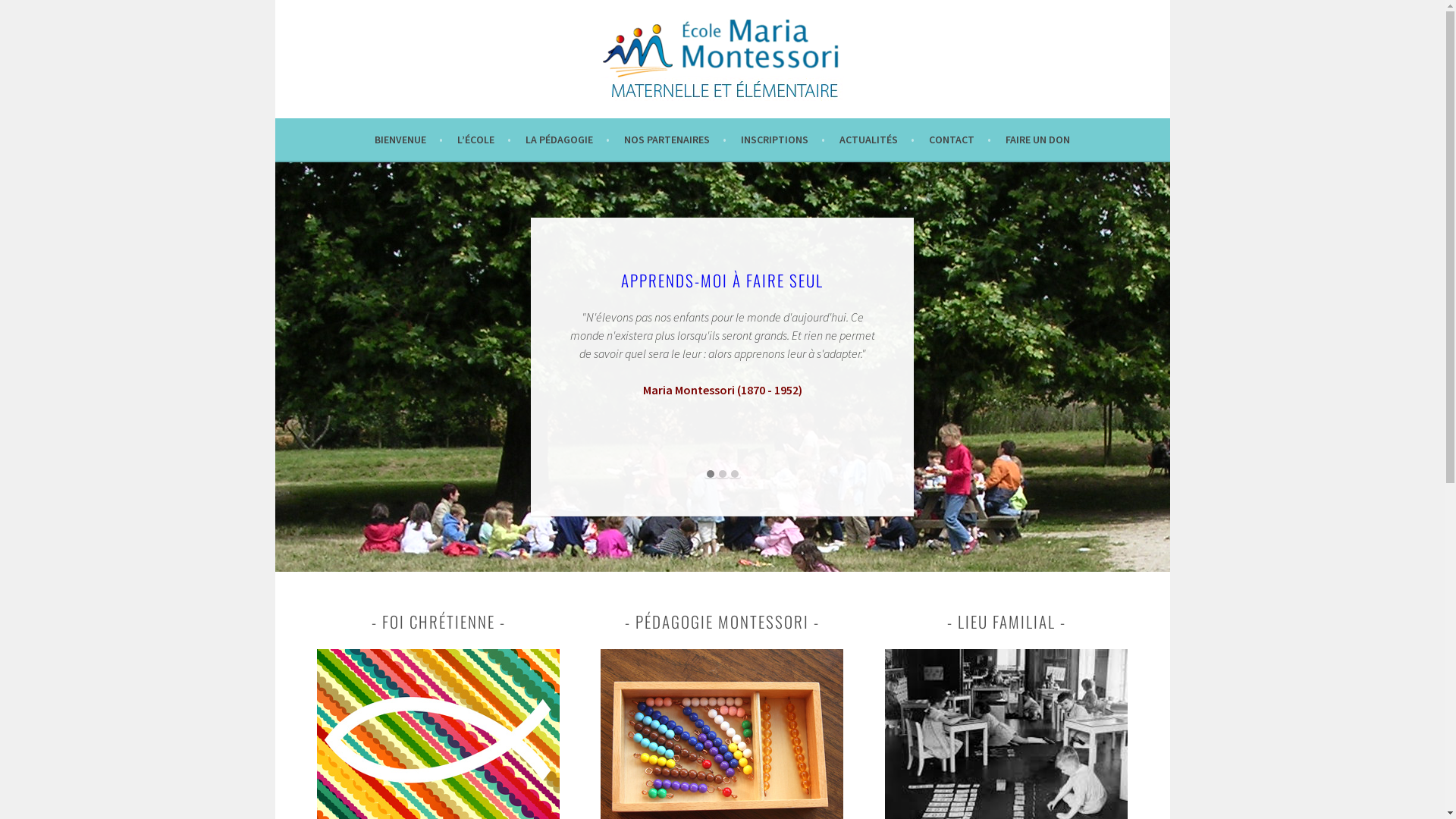 This screenshot has height=819, width=1456. I want to click on 'INSCRIPTIONS', so click(783, 140).